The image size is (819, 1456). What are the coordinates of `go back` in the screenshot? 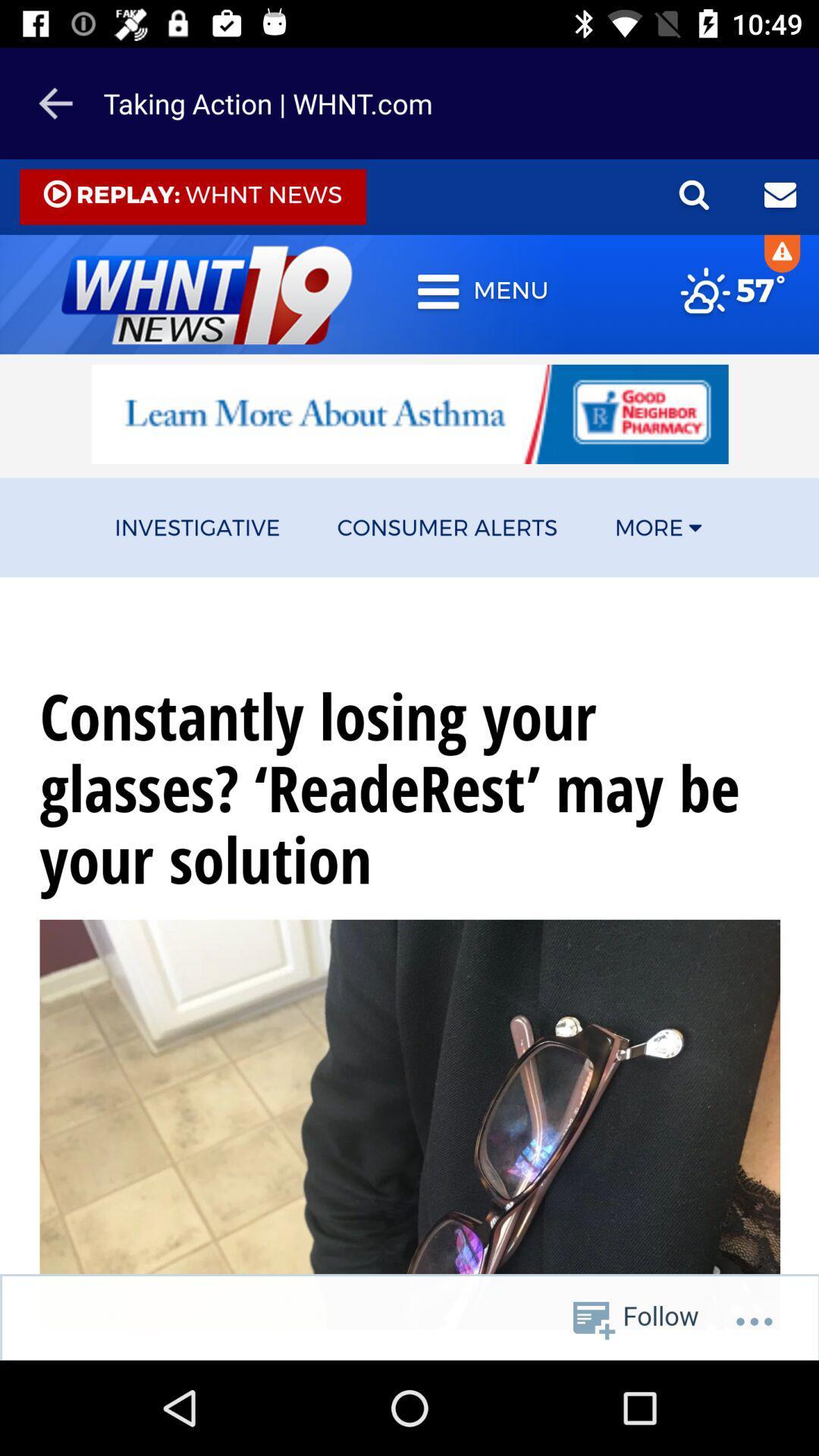 It's located at (55, 102).